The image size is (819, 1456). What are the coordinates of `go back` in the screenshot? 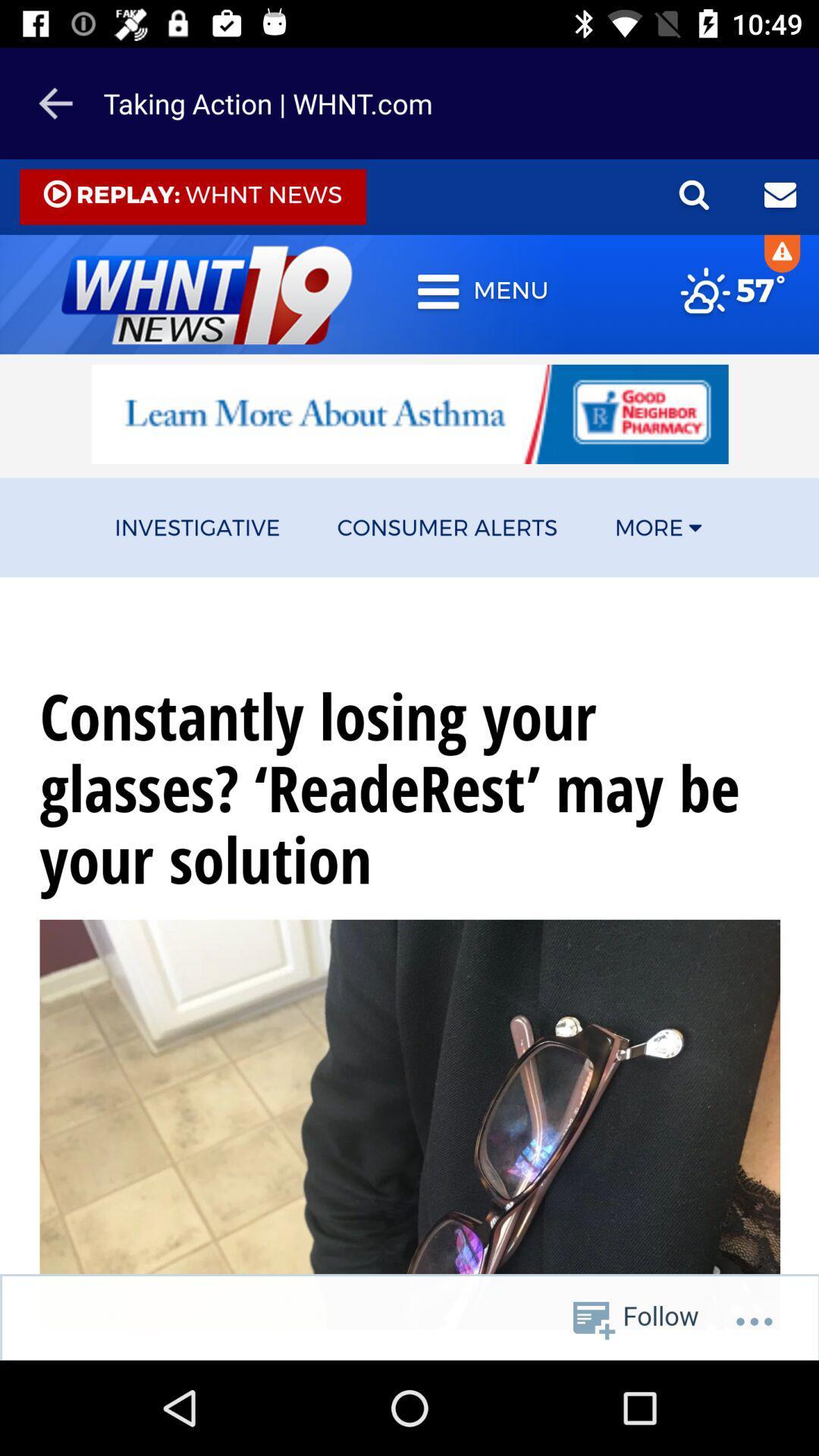 It's located at (55, 102).